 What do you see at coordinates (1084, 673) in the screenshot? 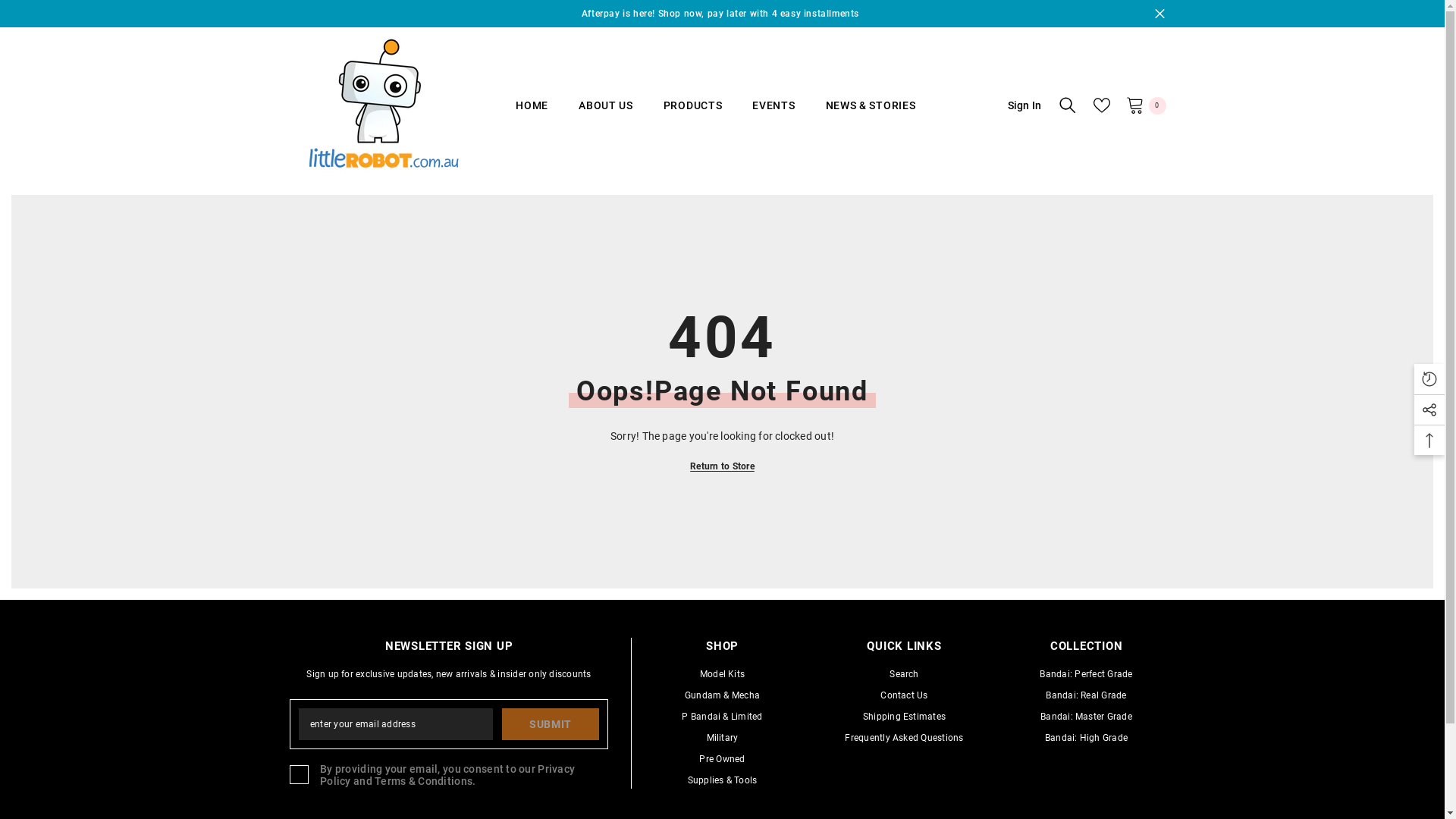
I see `'Bandai: Perfect Grade'` at bounding box center [1084, 673].